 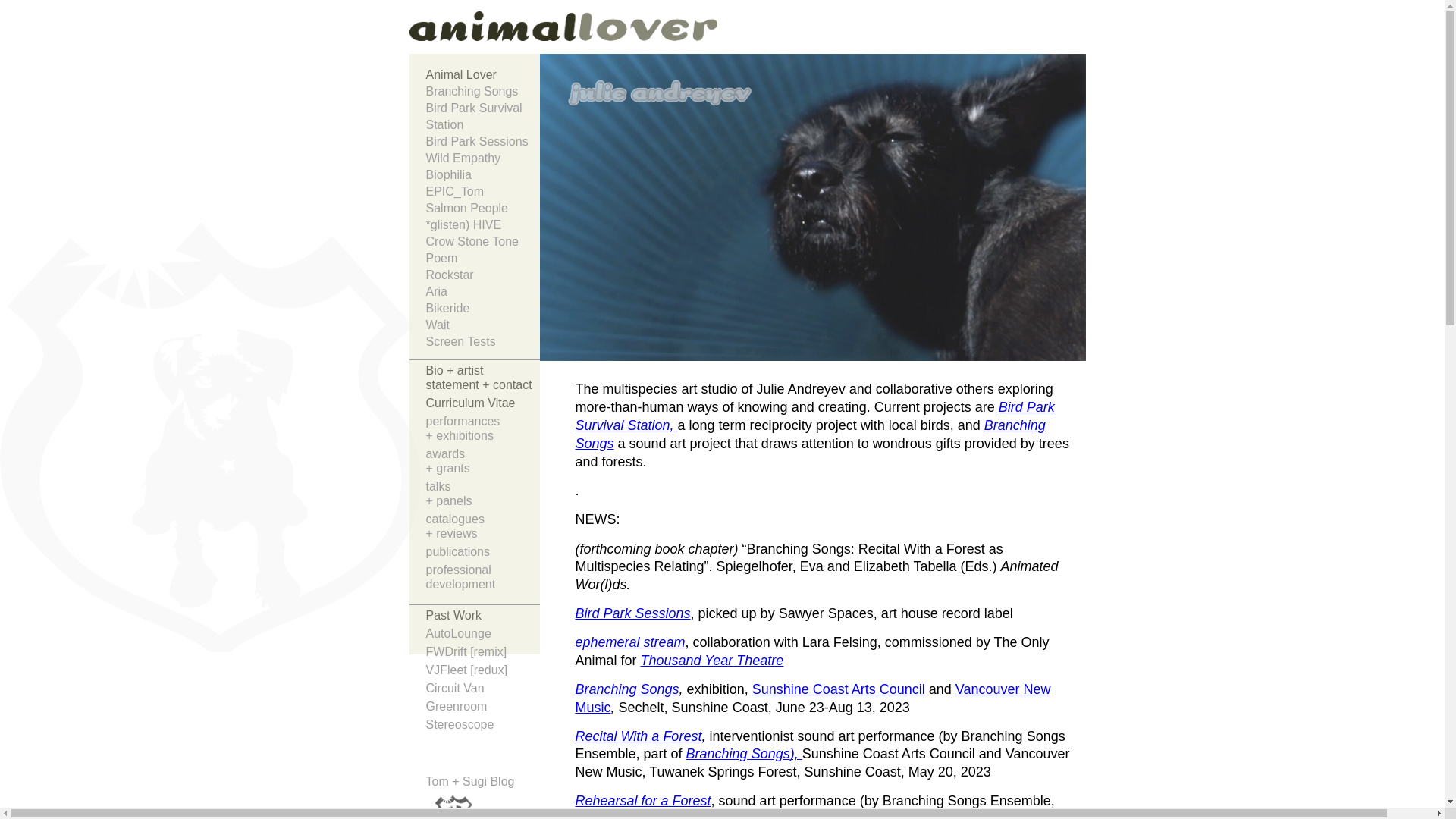 What do you see at coordinates (425, 527) in the screenshot?
I see `'catalogues` at bounding box center [425, 527].